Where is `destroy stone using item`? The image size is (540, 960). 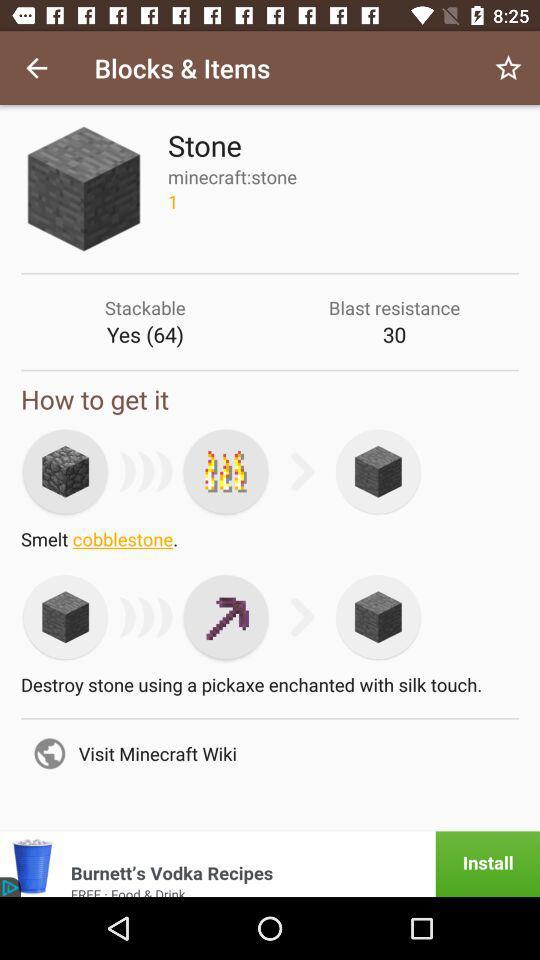
destroy stone using item is located at coordinates (270, 690).